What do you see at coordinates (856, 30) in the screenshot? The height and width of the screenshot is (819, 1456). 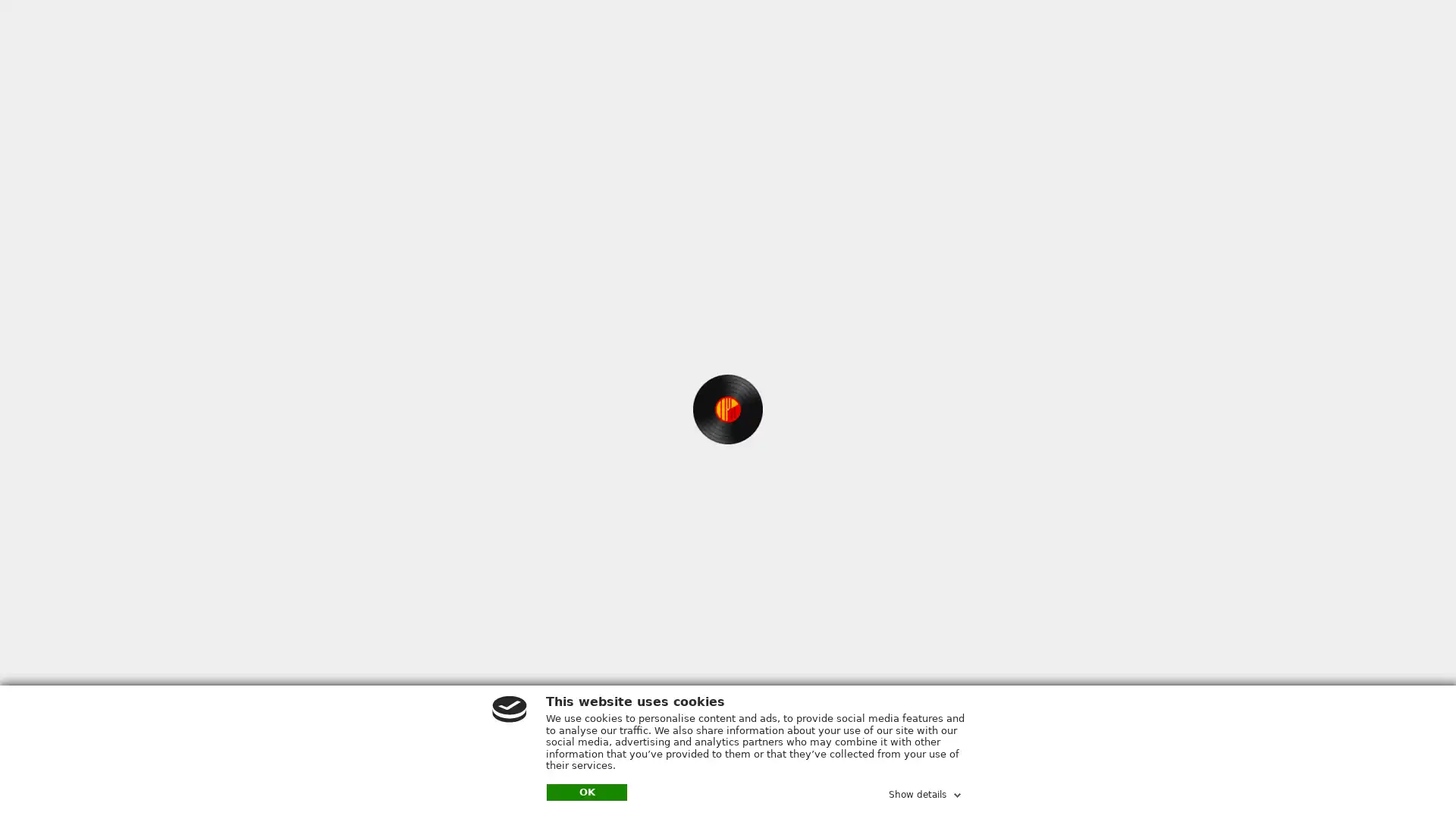 I see `search` at bounding box center [856, 30].